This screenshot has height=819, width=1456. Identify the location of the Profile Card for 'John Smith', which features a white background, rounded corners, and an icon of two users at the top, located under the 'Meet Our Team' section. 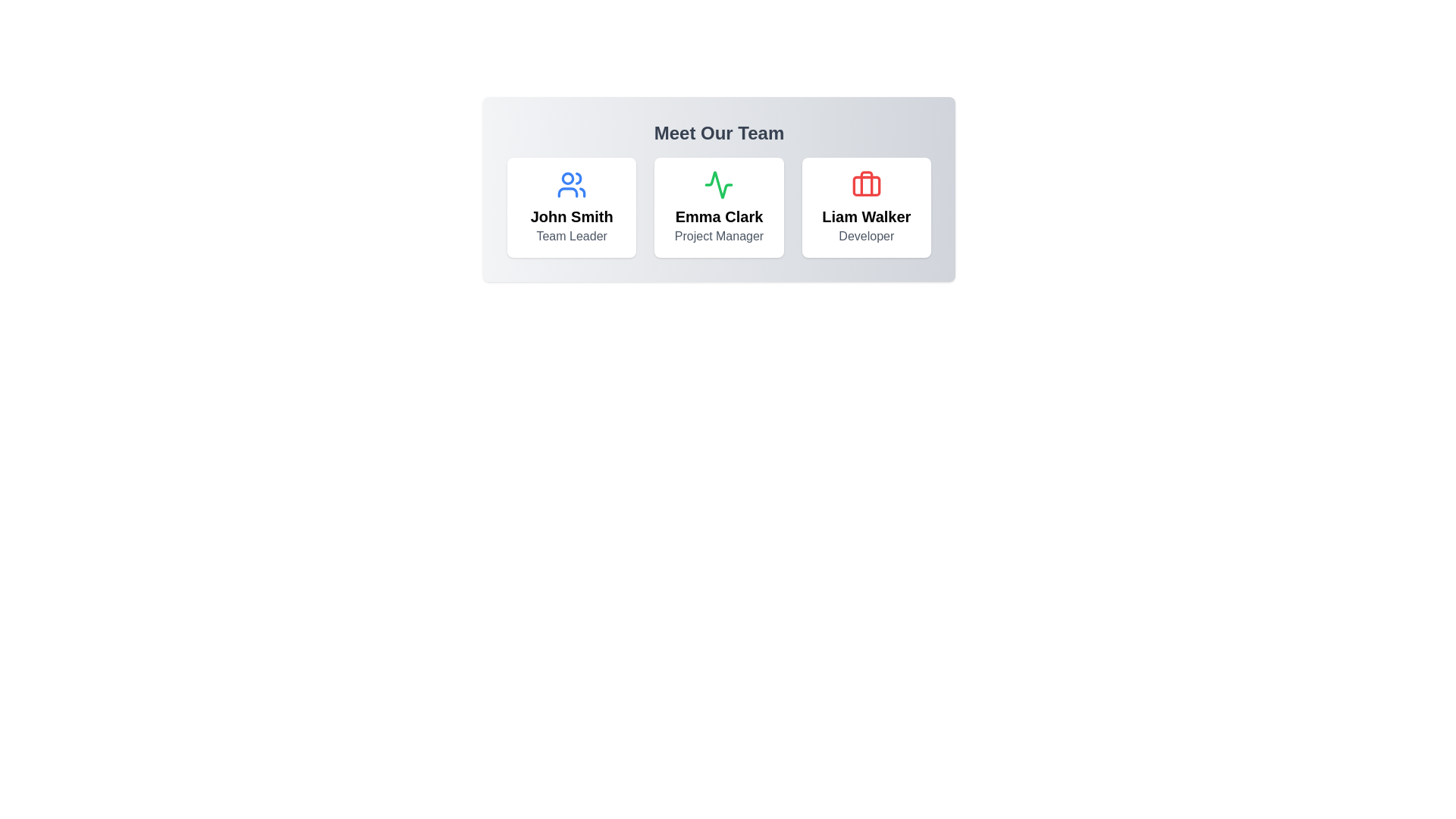
(571, 207).